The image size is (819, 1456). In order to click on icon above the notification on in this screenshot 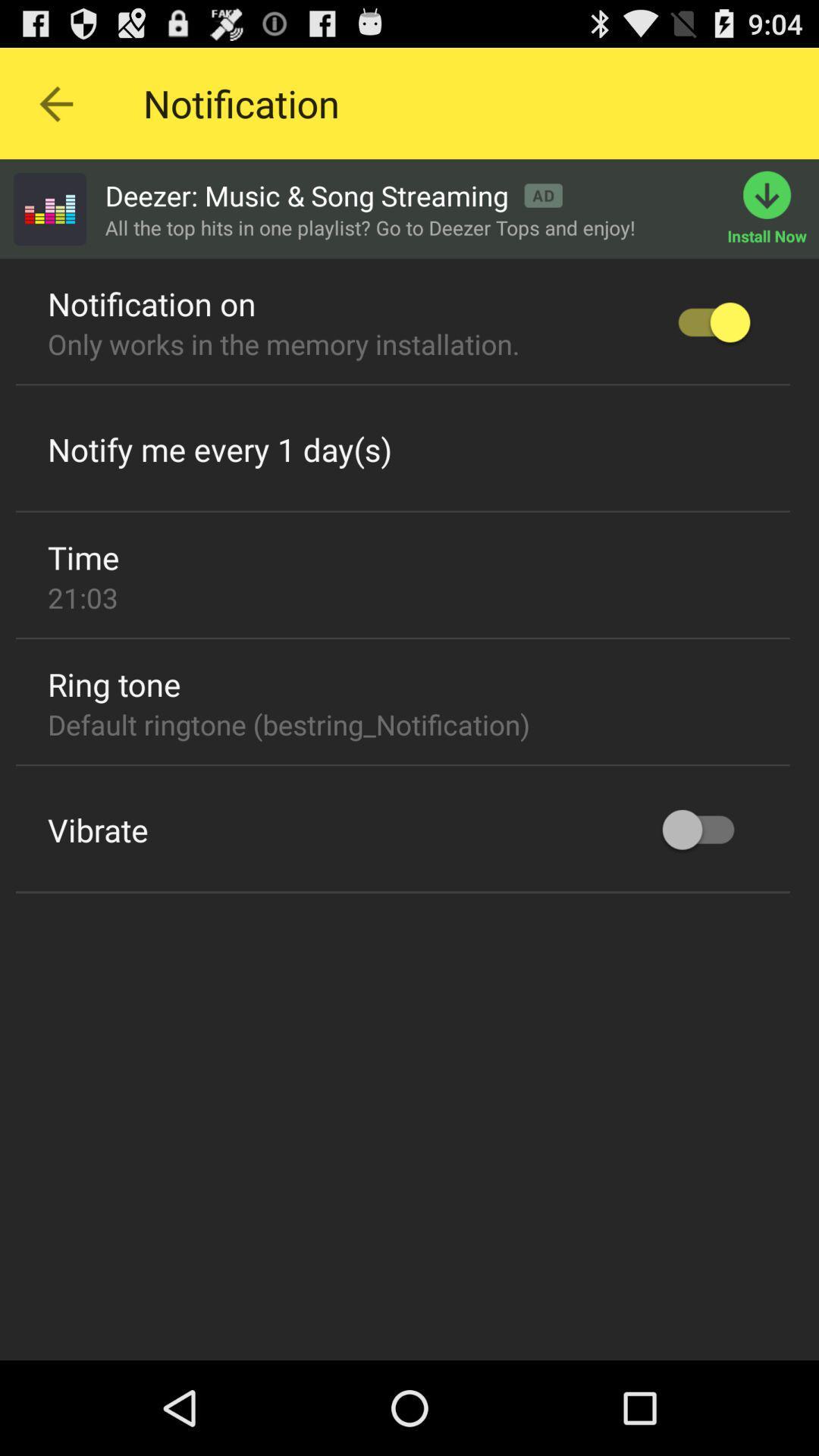, I will do `click(49, 208)`.